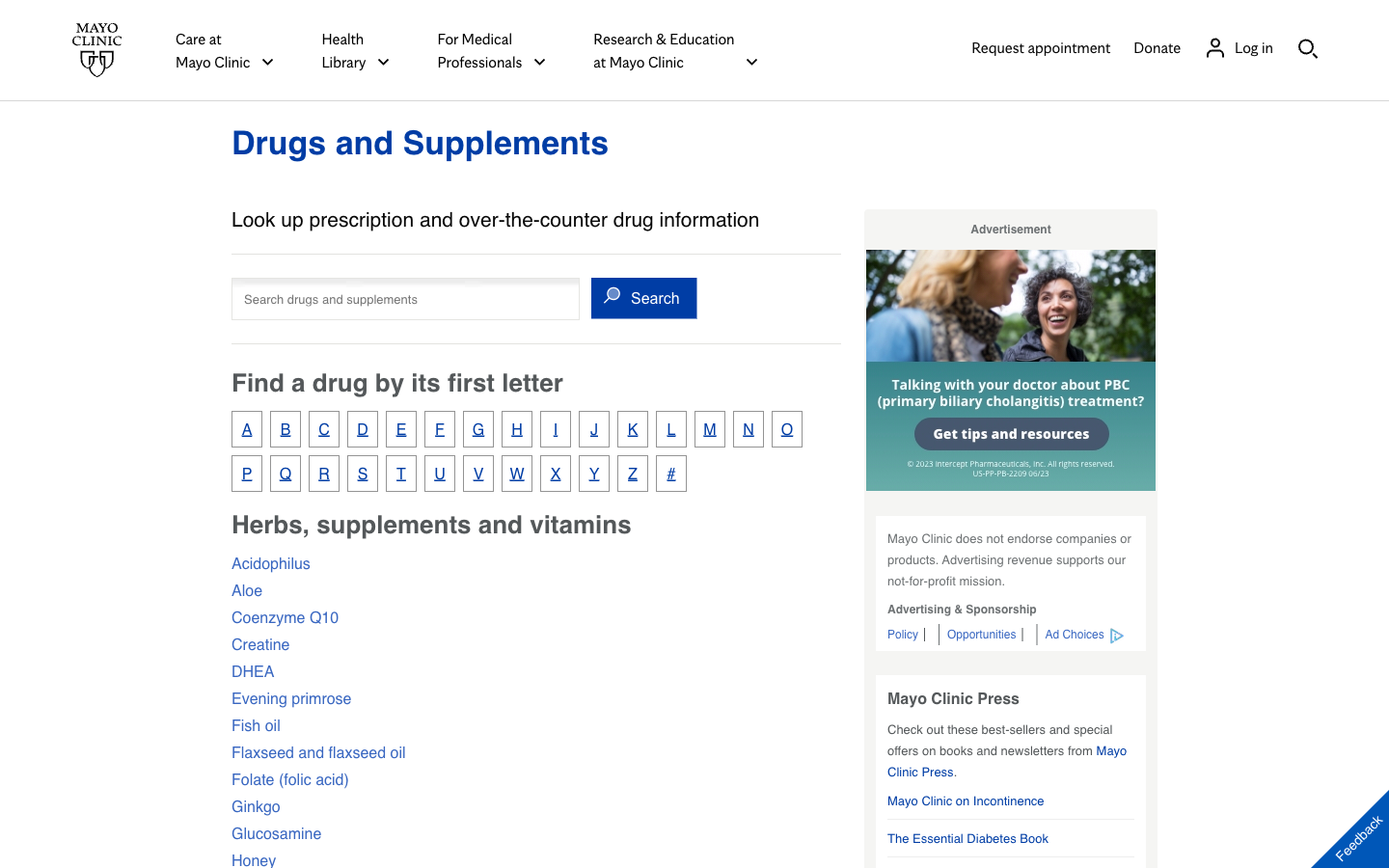  Describe the element at coordinates (288, 778) in the screenshot. I see `Discover the impact of folic acid on human body` at that location.